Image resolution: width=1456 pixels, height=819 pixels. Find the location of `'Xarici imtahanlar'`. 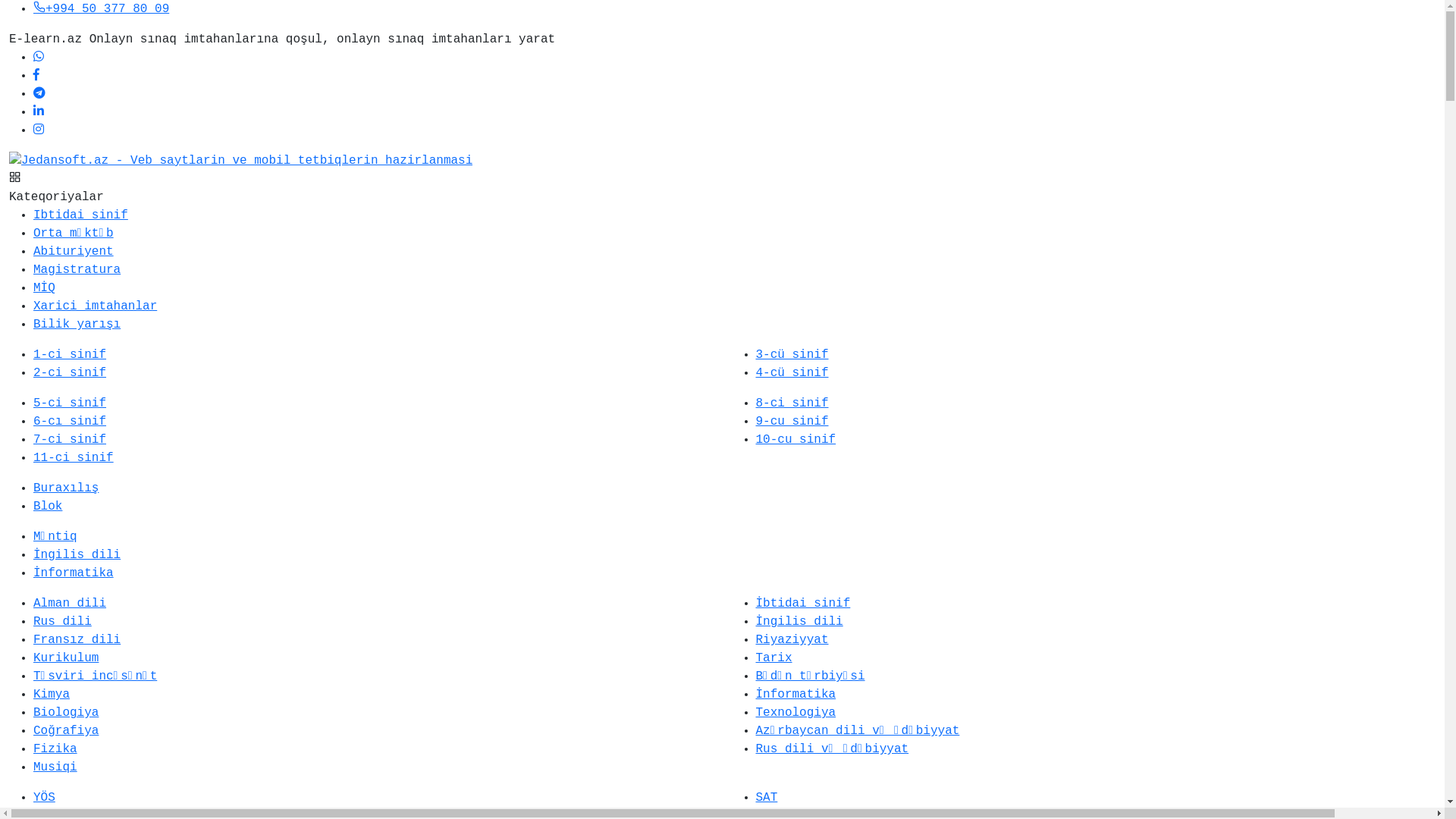

'Xarici imtahanlar' is located at coordinates (94, 306).